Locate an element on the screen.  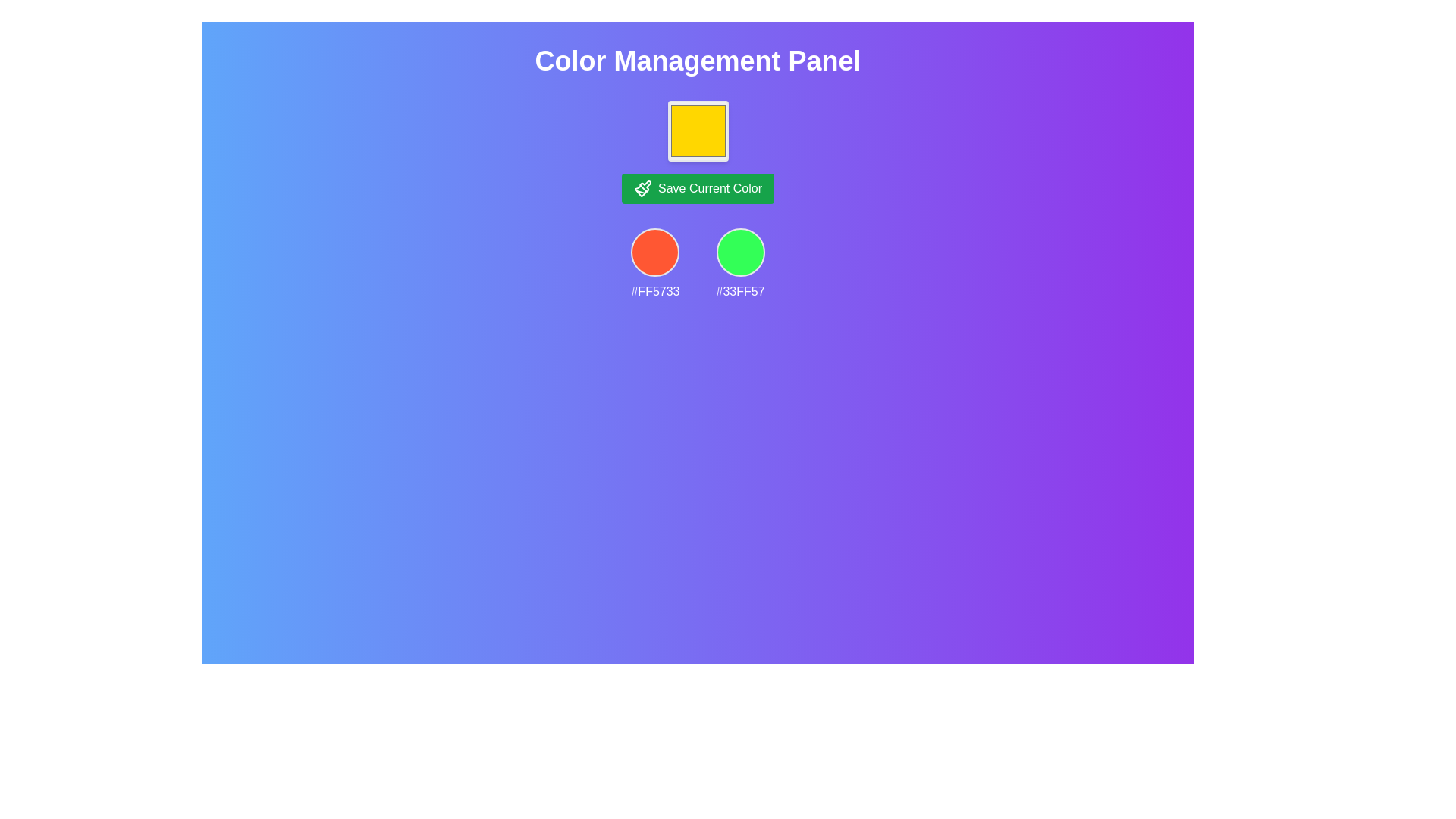
the Text Display element that shows the color code corresponding to the red badge above it is located at coordinates (655, 292).